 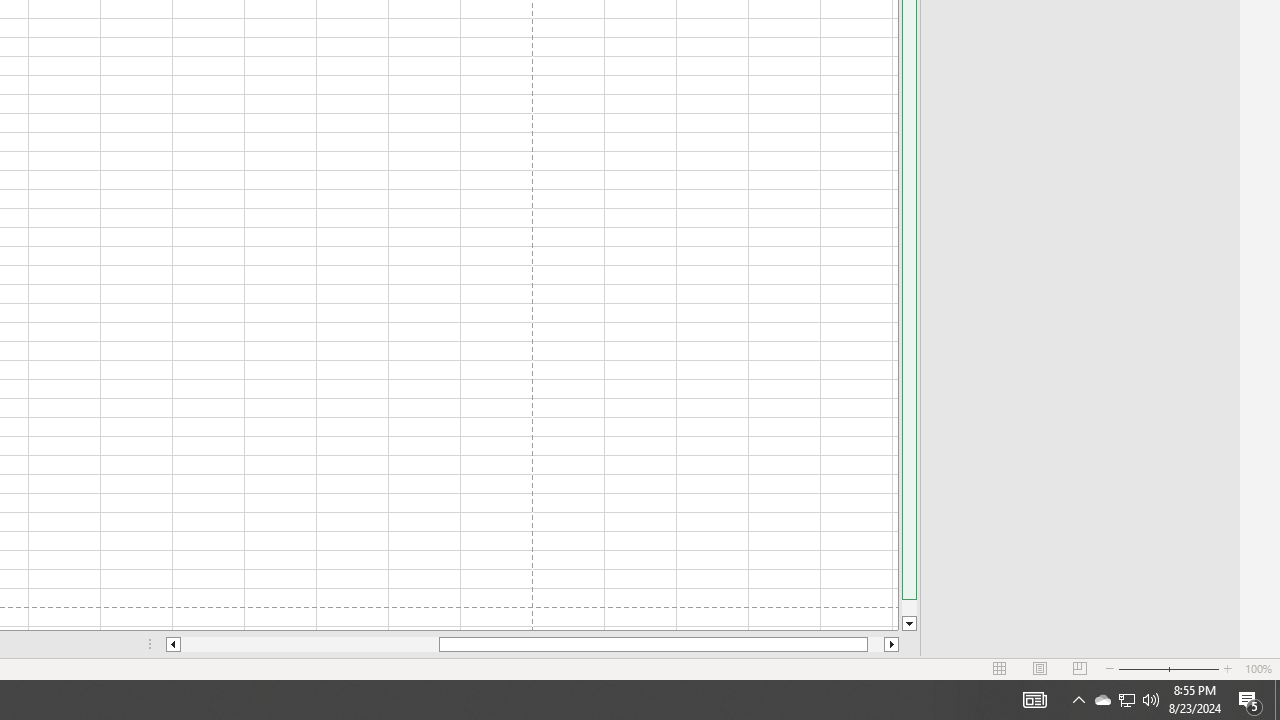 I want to click on 'Class: NetUIScrollBar', so click(x=532, y=644).